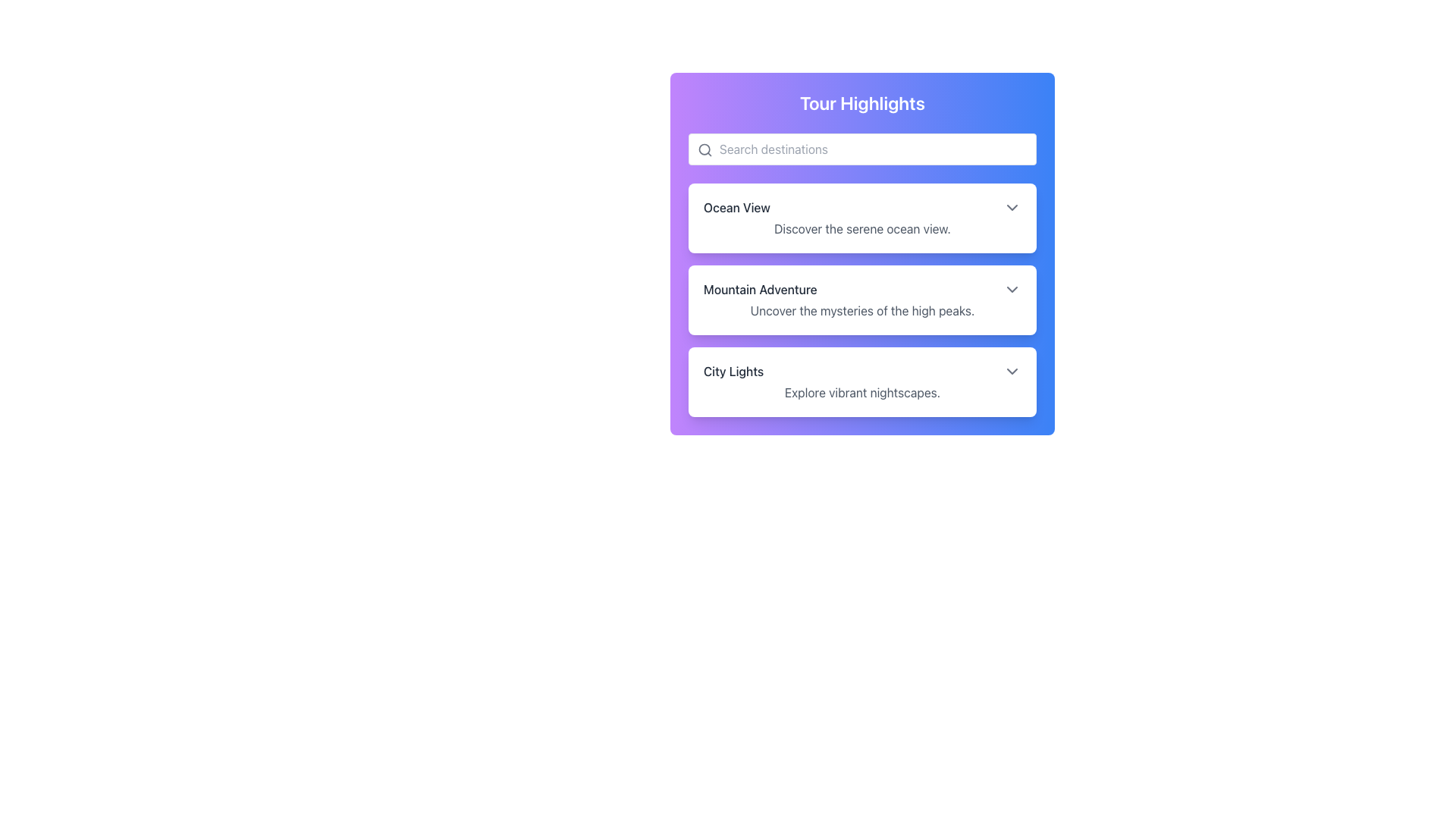  Describe the element at coordinates (862, 218) in the screenshot. I see `the first card item labeled 'Ocean View' within the 'Tour Highlights' section` at that location.